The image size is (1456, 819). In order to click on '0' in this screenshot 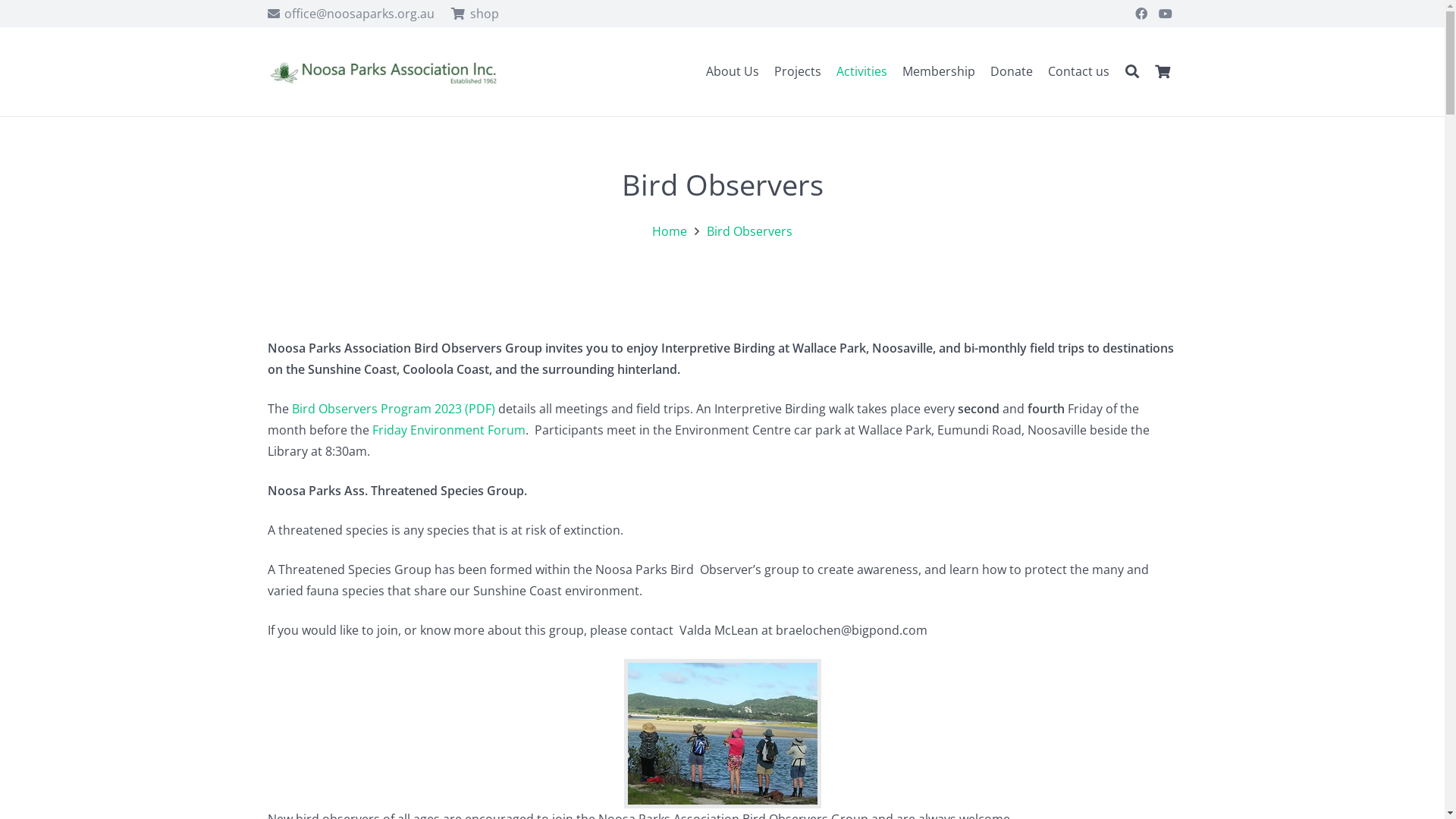, I will do `click(1161, 71)`.